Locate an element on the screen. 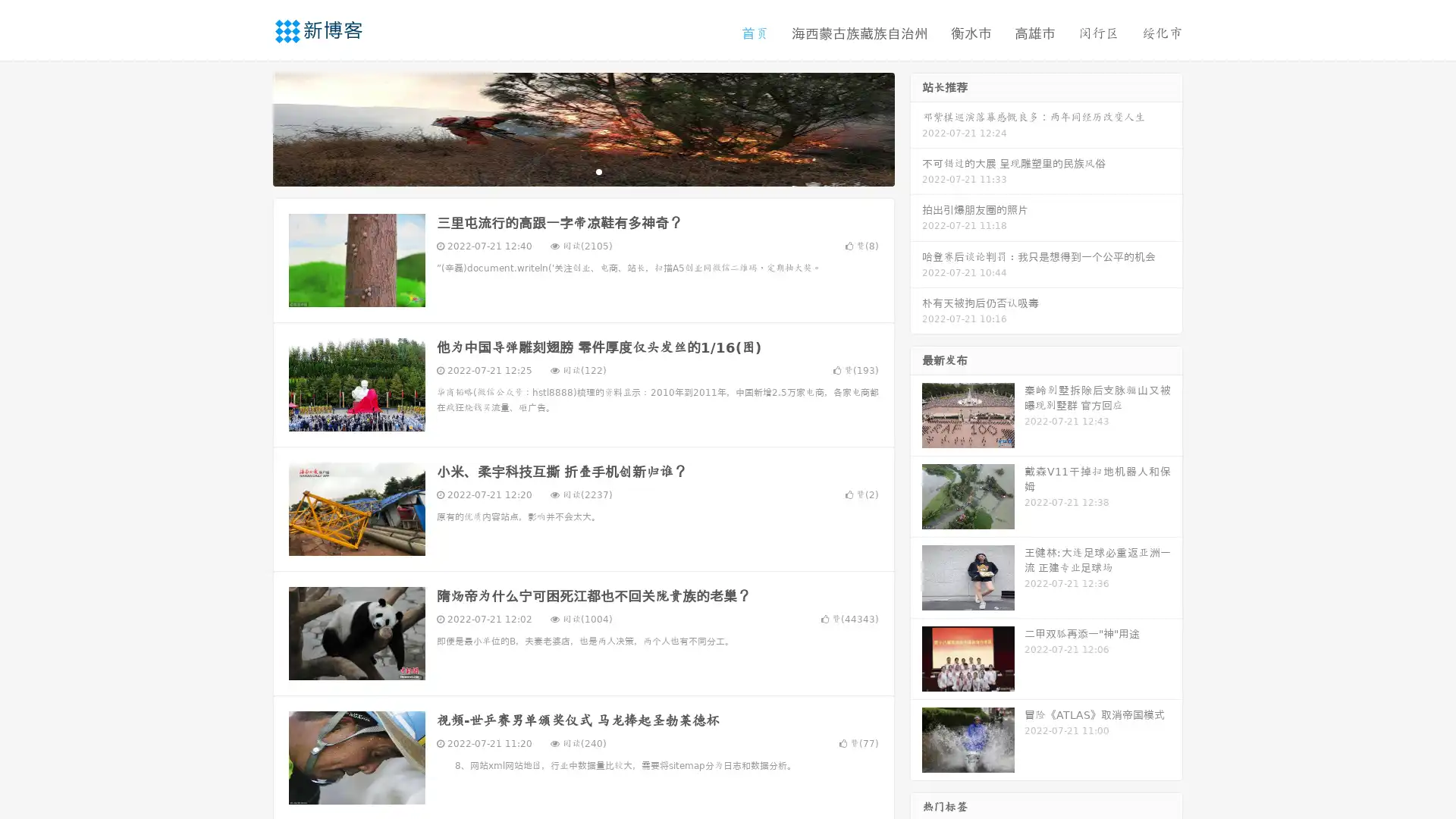  Go to slide 2 is located at coordinates (582, 171).